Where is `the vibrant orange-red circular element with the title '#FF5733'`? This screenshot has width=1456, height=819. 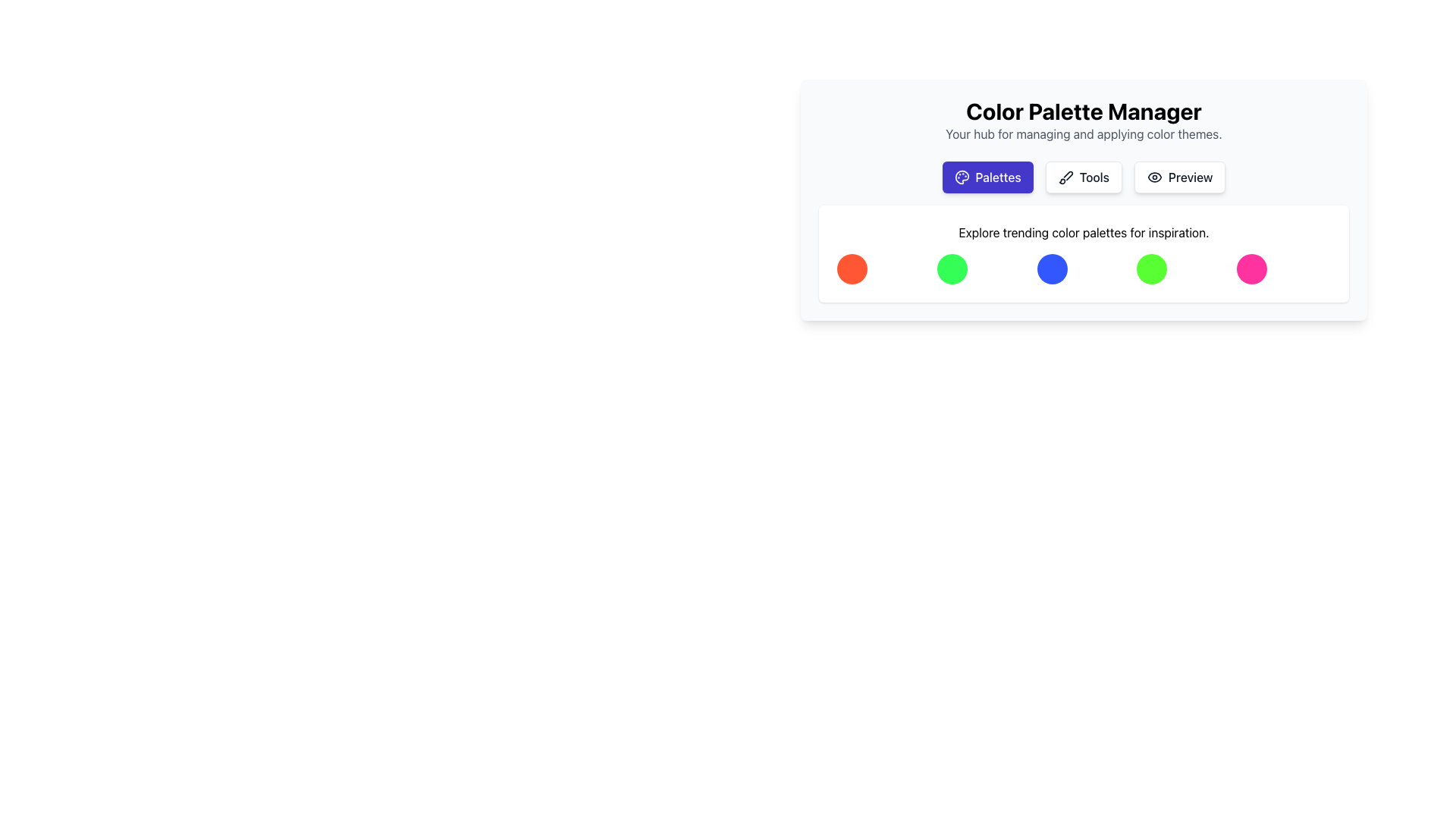
the vibrant orange-red circular element with the title '#FF5733' is located at coordinates (852, 268).